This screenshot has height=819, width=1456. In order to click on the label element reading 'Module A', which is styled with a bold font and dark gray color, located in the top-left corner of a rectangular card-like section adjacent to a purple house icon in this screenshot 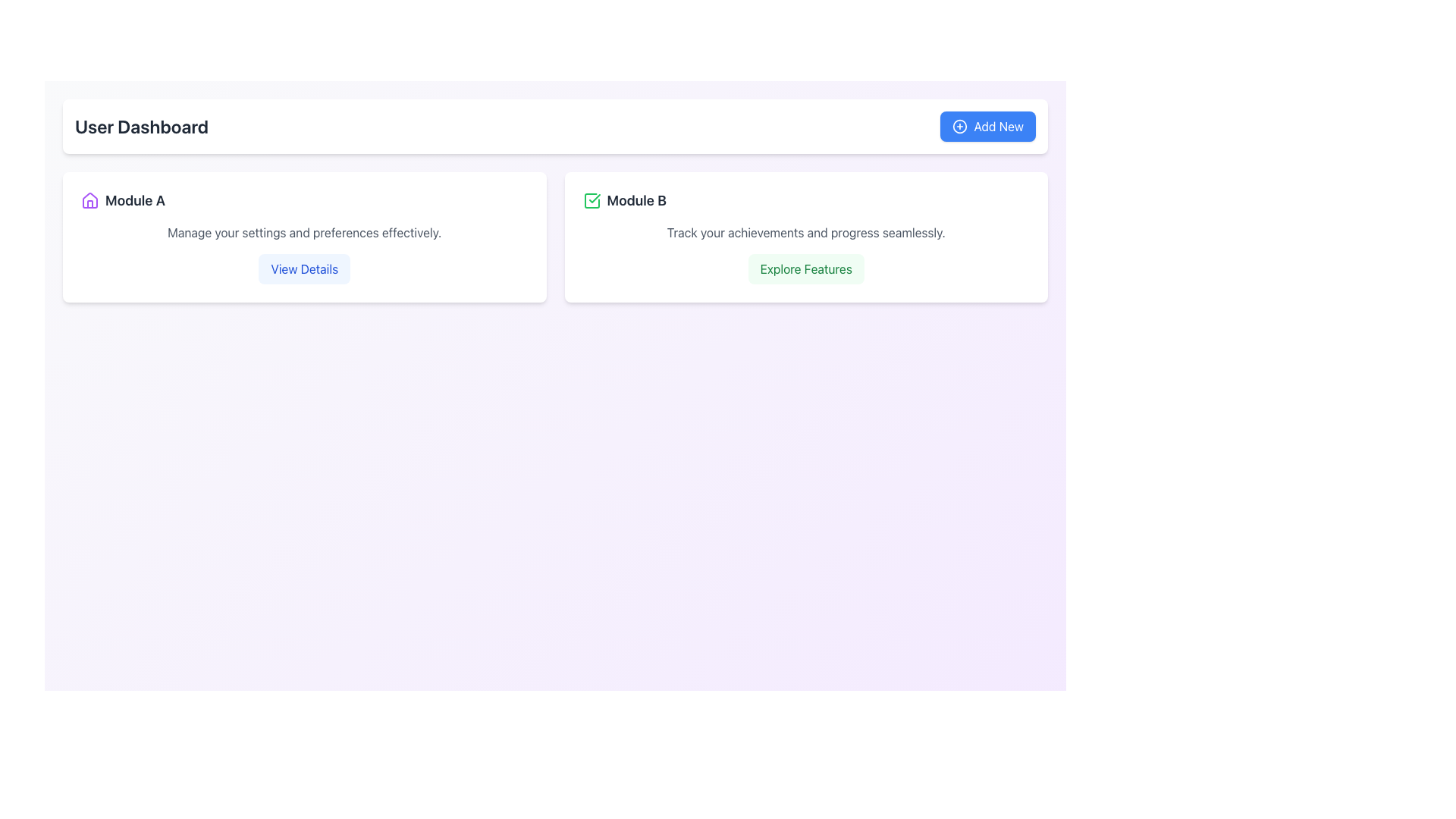, I will do `click(135, 200)`.